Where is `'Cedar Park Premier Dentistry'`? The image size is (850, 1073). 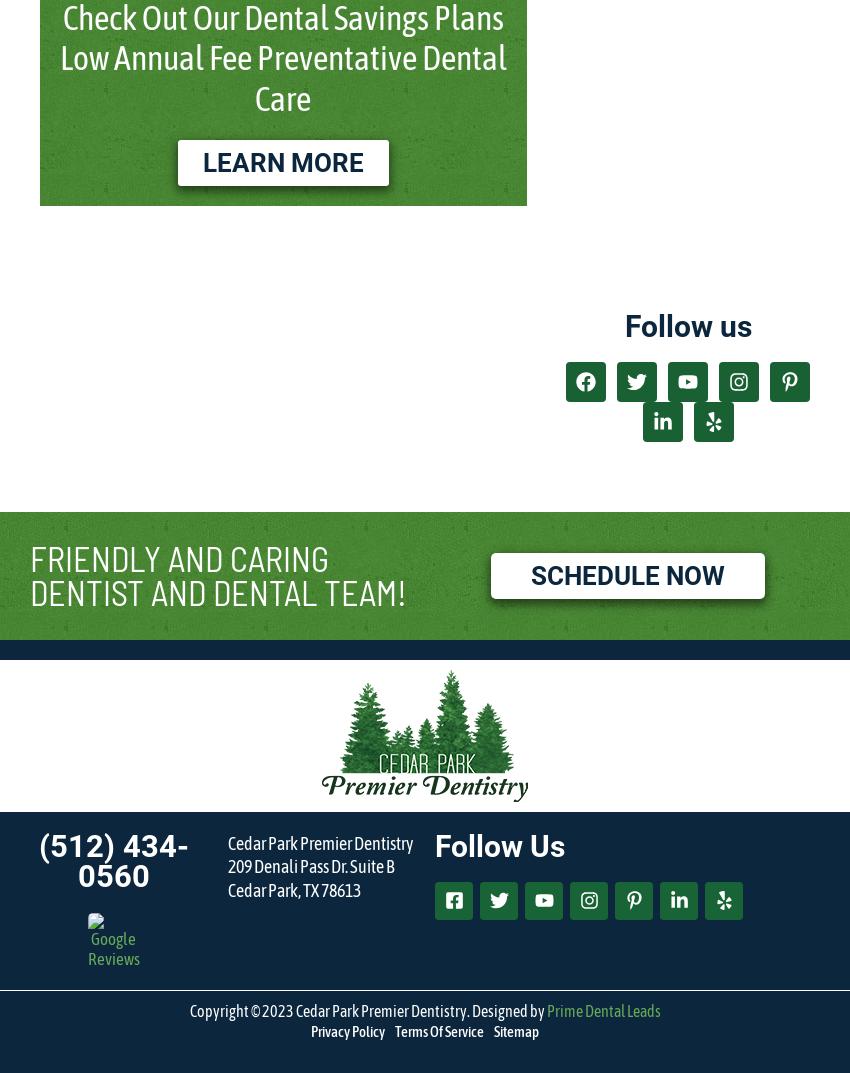
'Cedar Park Premier Dentistry' is located at coordinates (319, 841).